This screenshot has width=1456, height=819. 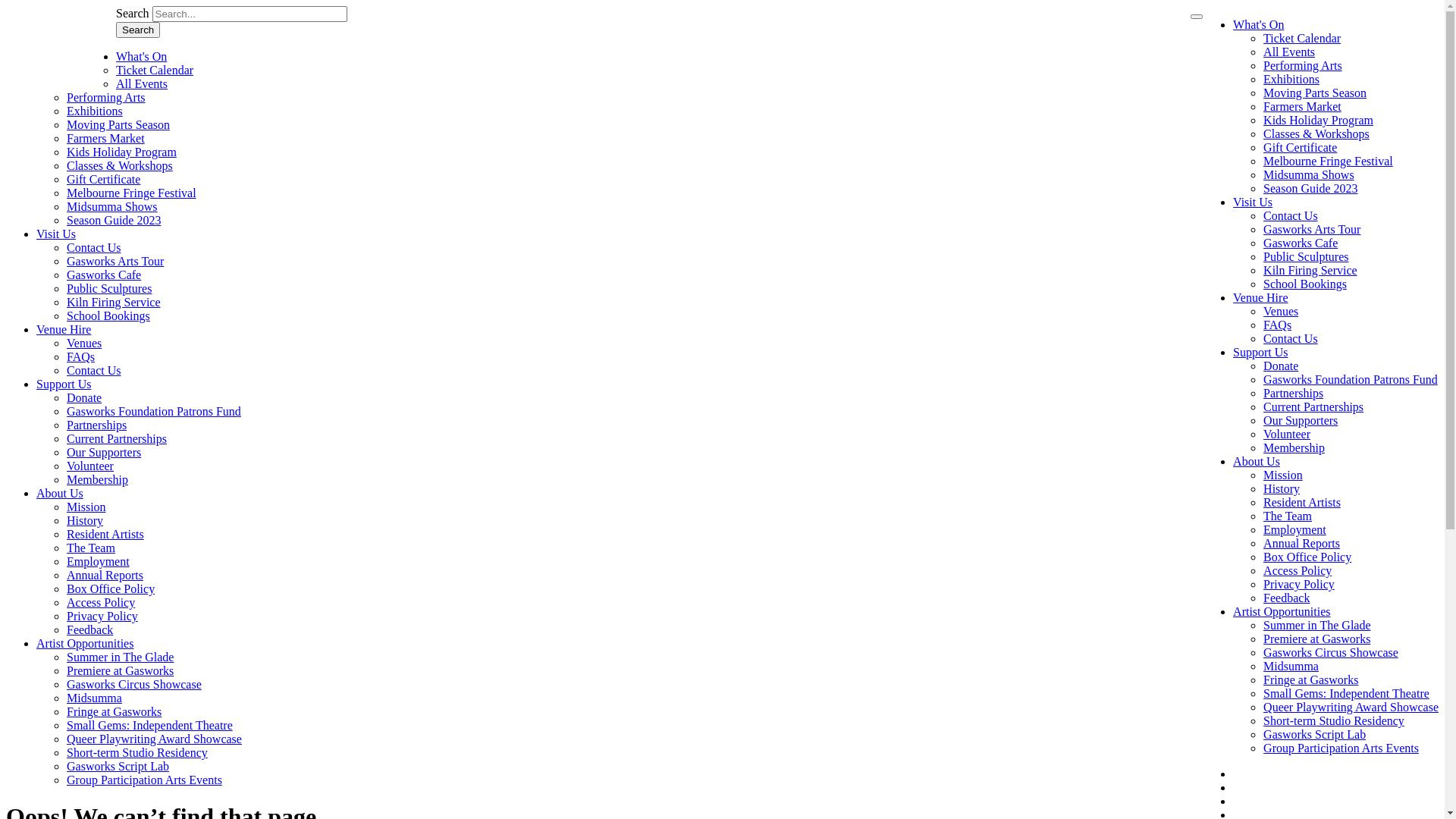 What do you see at coordinates (1306, 557) in the screenshot?
I see `'Box Office Policy'` at bounding box center [1306, 557].